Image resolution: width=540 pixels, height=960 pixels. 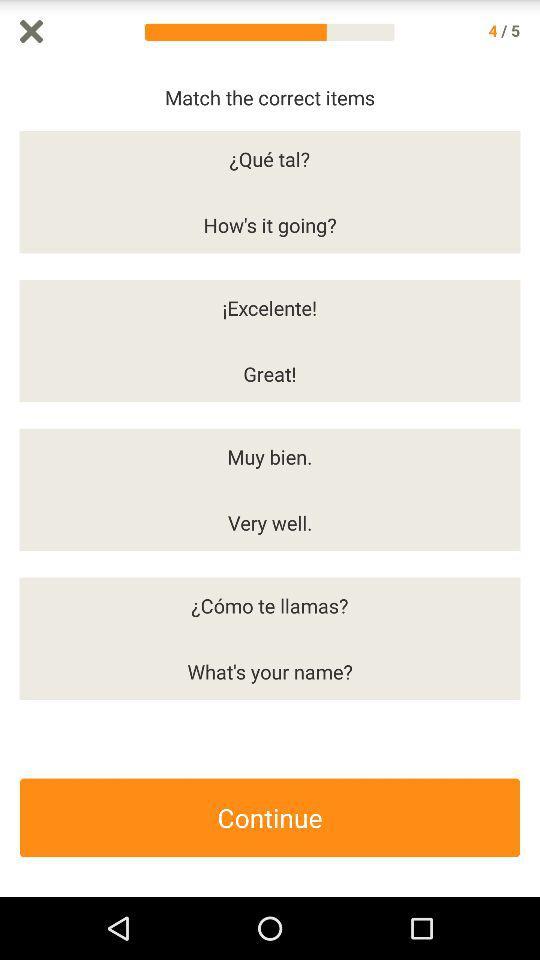 I want to click on button on the right, so click(x=530, y=480).